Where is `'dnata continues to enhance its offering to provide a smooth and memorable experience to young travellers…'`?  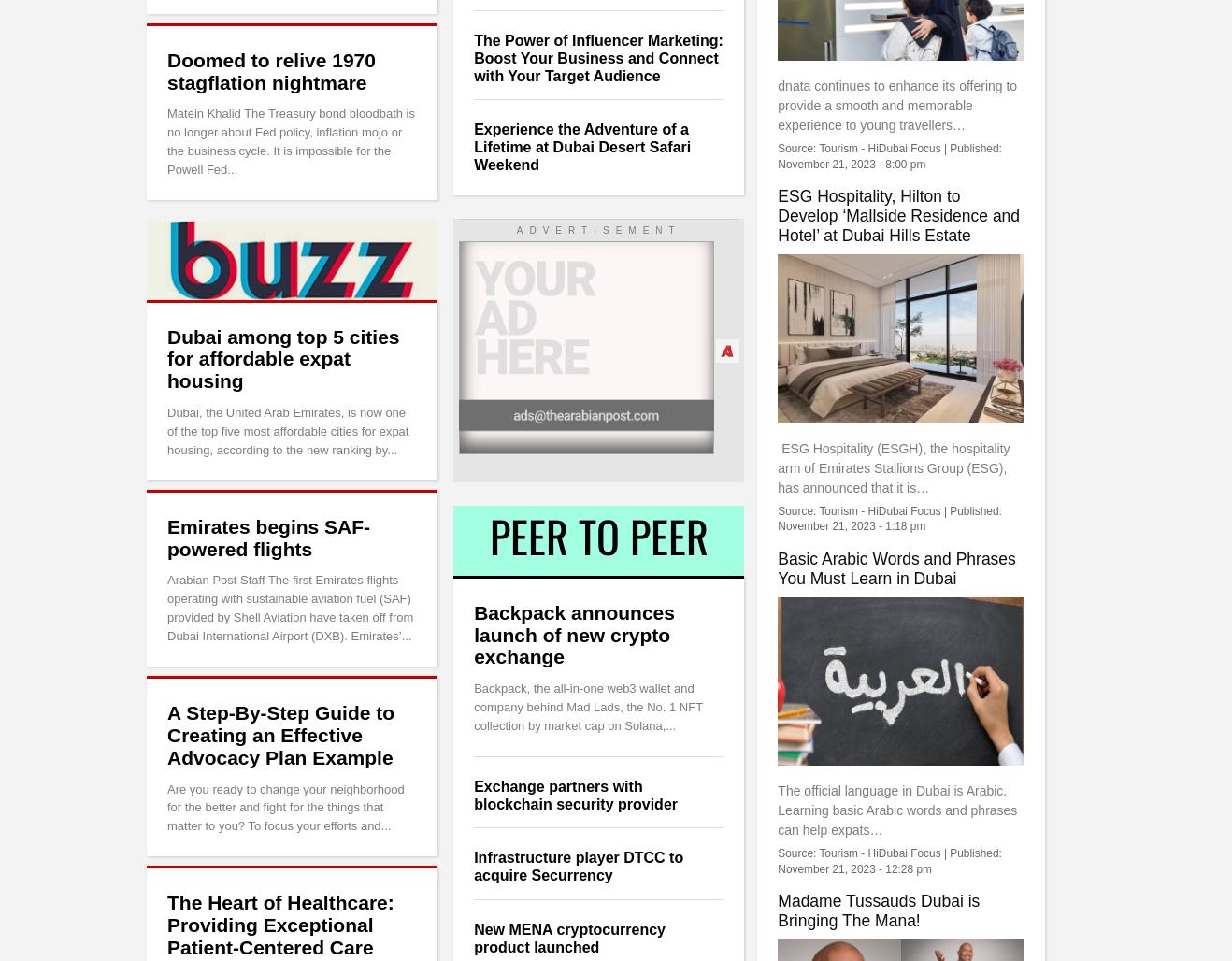 'dnata continues to enhance its offering to provide a smooth and memorable experience to young travellers…' is located at coordinates (896, 104).